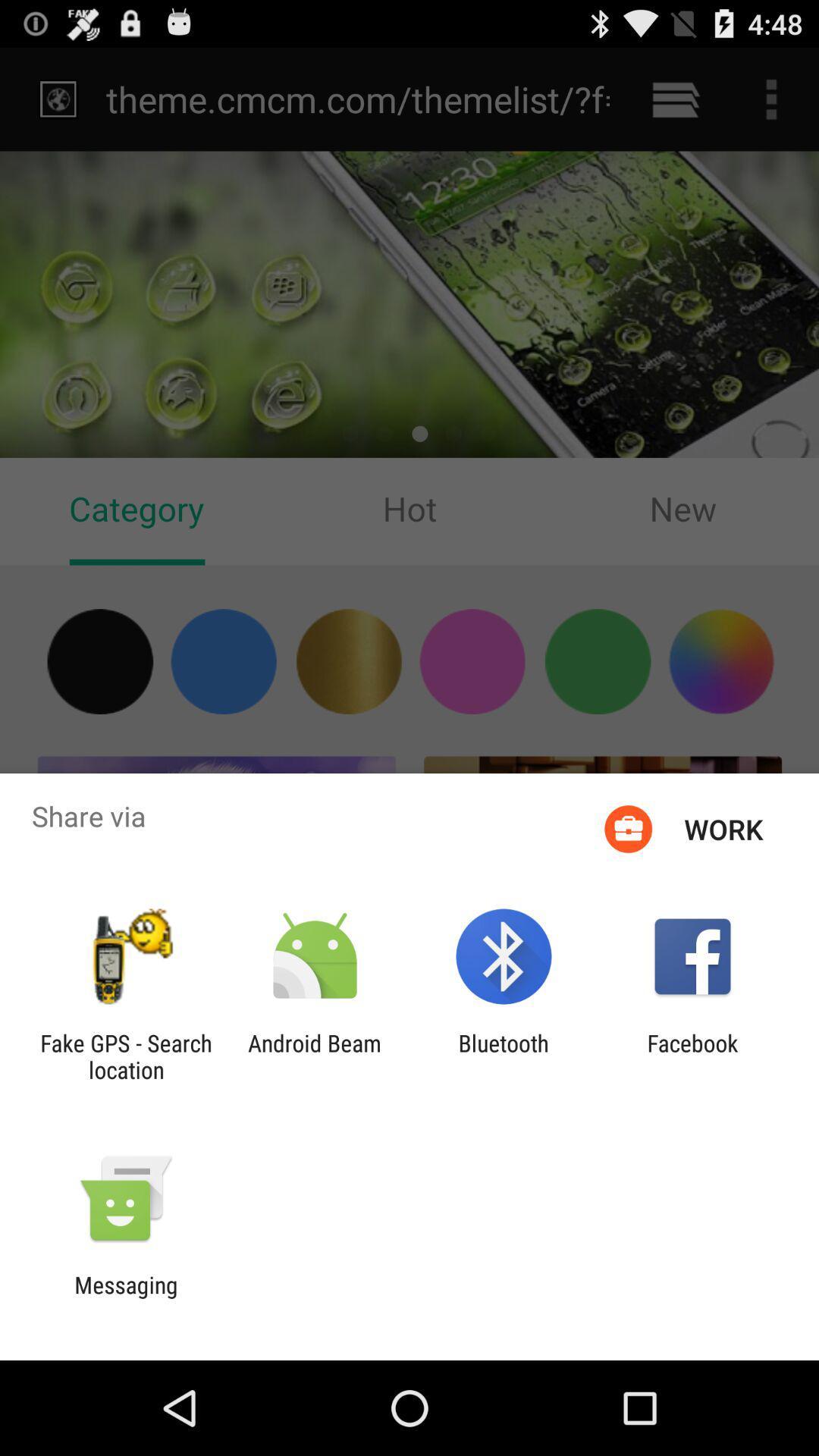  I want to click on the facebook item, so click(692, 1056).